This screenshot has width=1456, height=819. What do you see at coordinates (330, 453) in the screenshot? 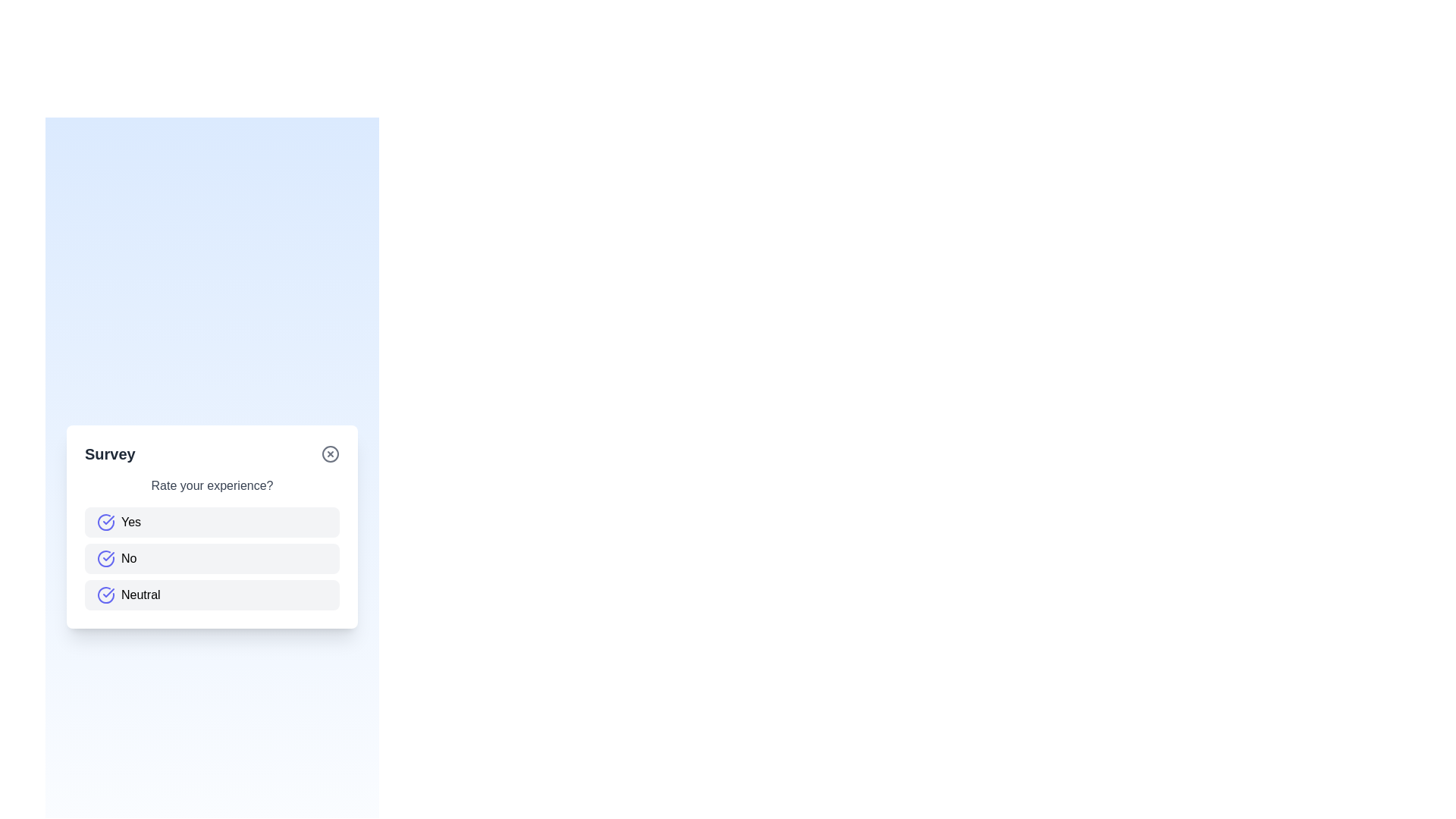
I see `the close button to close the survey dialog` at bounding box center [330, 453].